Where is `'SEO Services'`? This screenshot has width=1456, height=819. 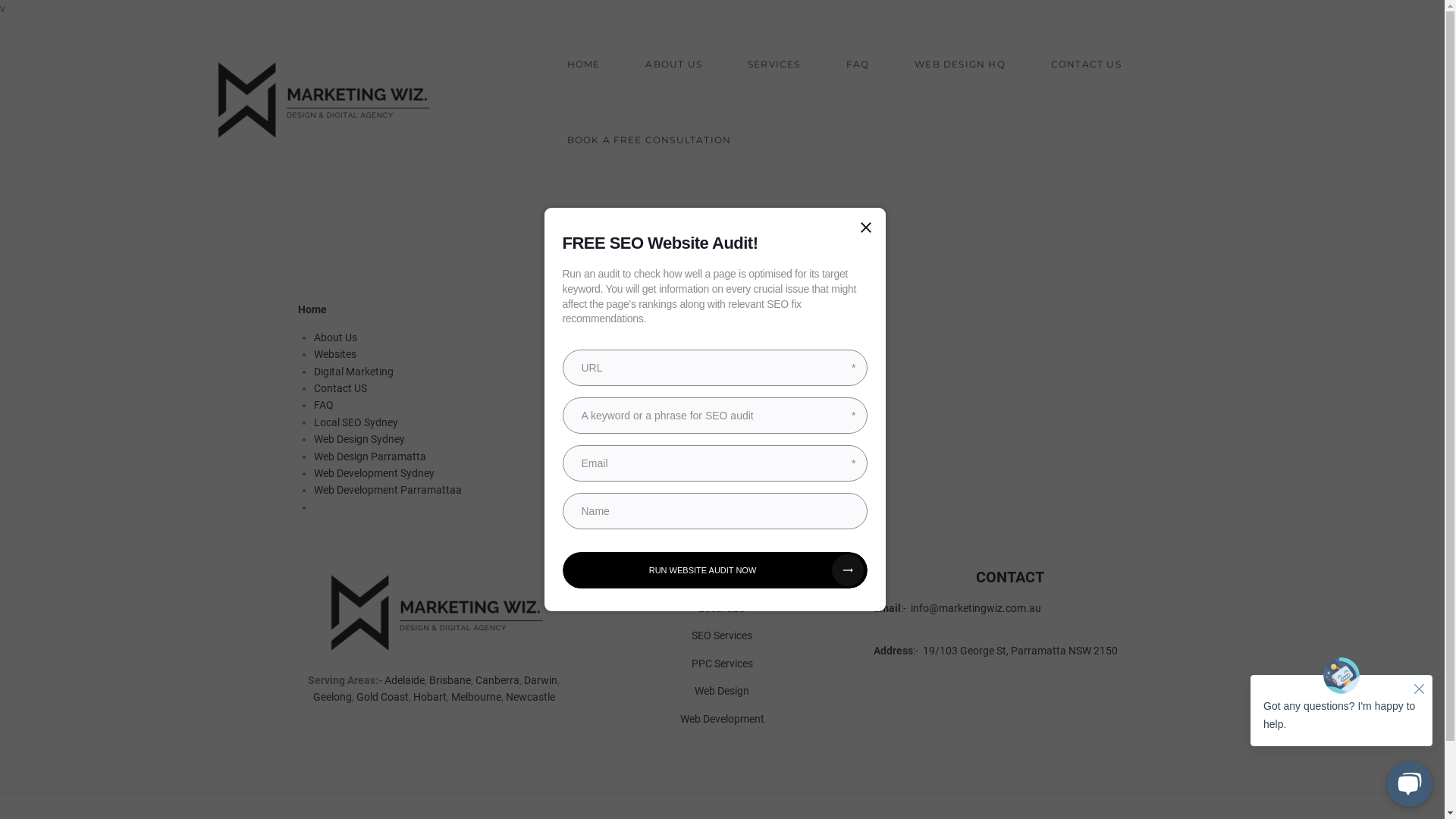 'SEO Services' is located at coordinates (691, 635).